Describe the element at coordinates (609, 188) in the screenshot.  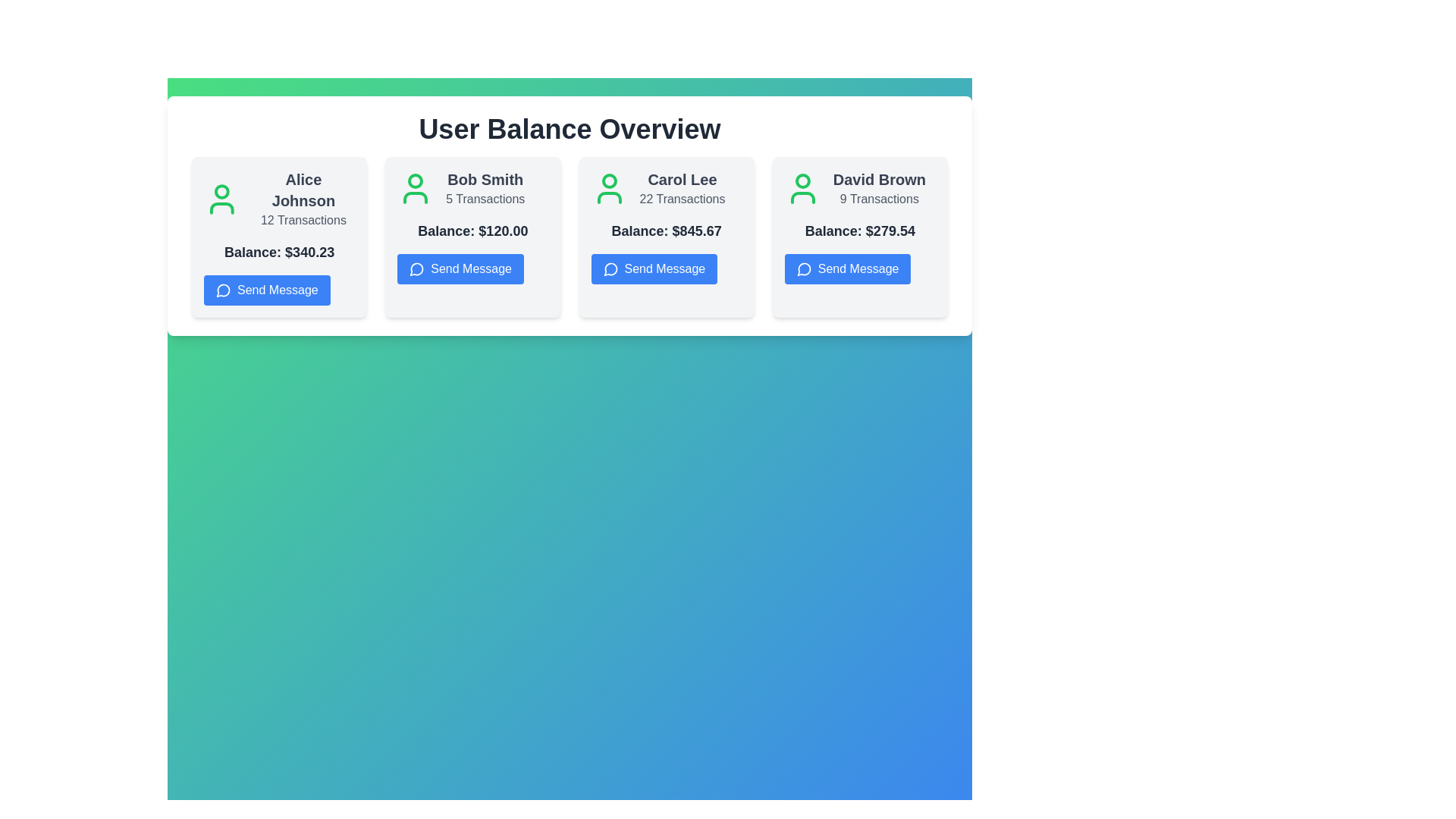
I see `the icon representing the user 'Carol Lee', located in the top left corner of her card, which is centered horizontally above the text 'Carol Lee' and '22 Transactions'` at that location.